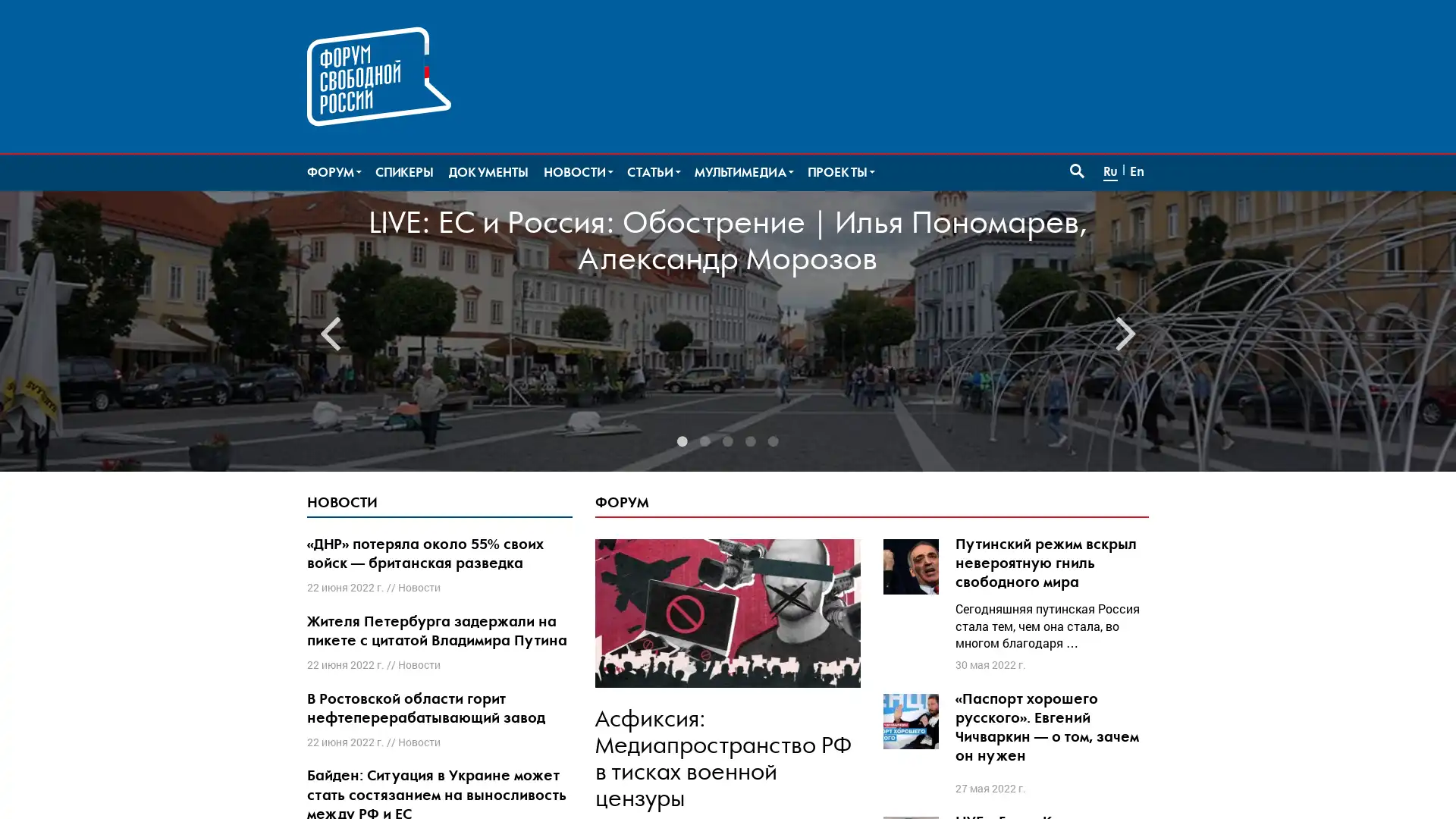  I want to click on Previous, so click(329, 330).